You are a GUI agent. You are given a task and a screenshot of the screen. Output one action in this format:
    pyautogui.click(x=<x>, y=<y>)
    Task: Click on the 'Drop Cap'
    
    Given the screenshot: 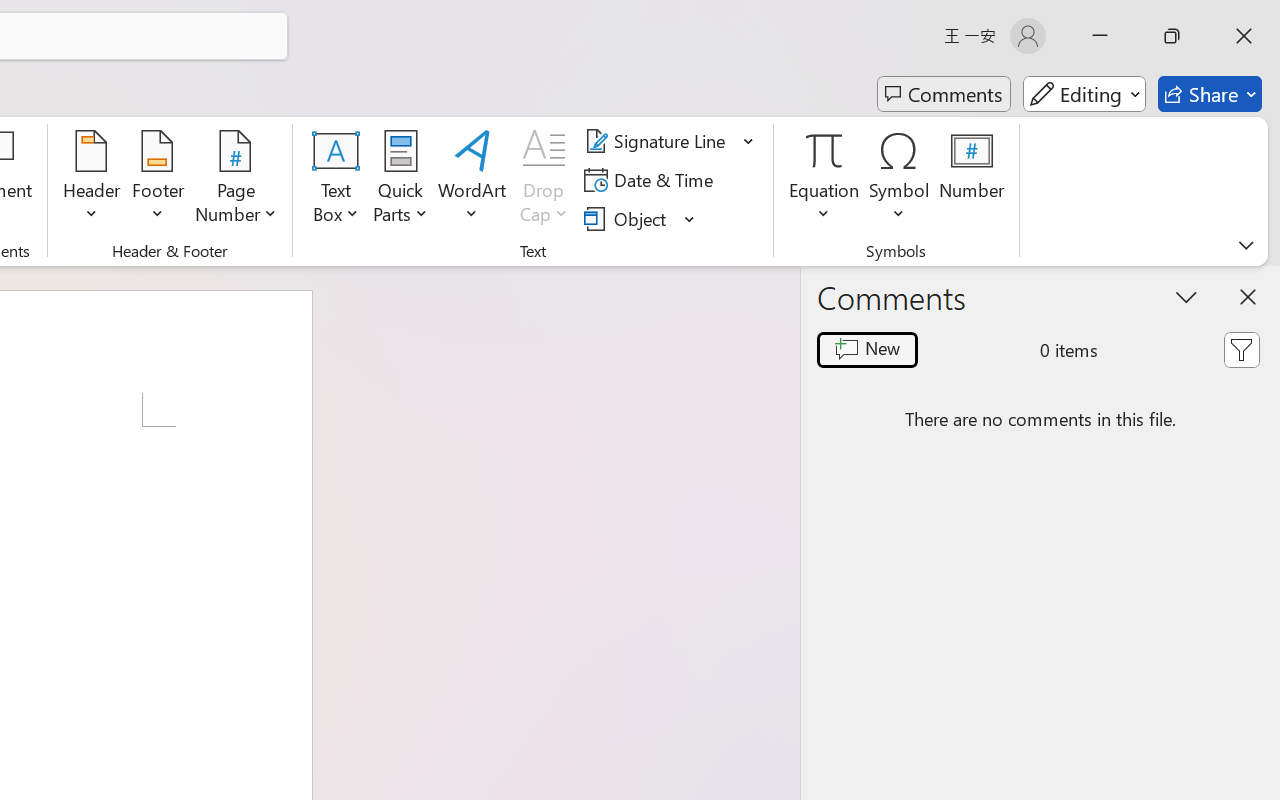 What is the action you would take?
    pyautogui.click(x=544, y=179)
    